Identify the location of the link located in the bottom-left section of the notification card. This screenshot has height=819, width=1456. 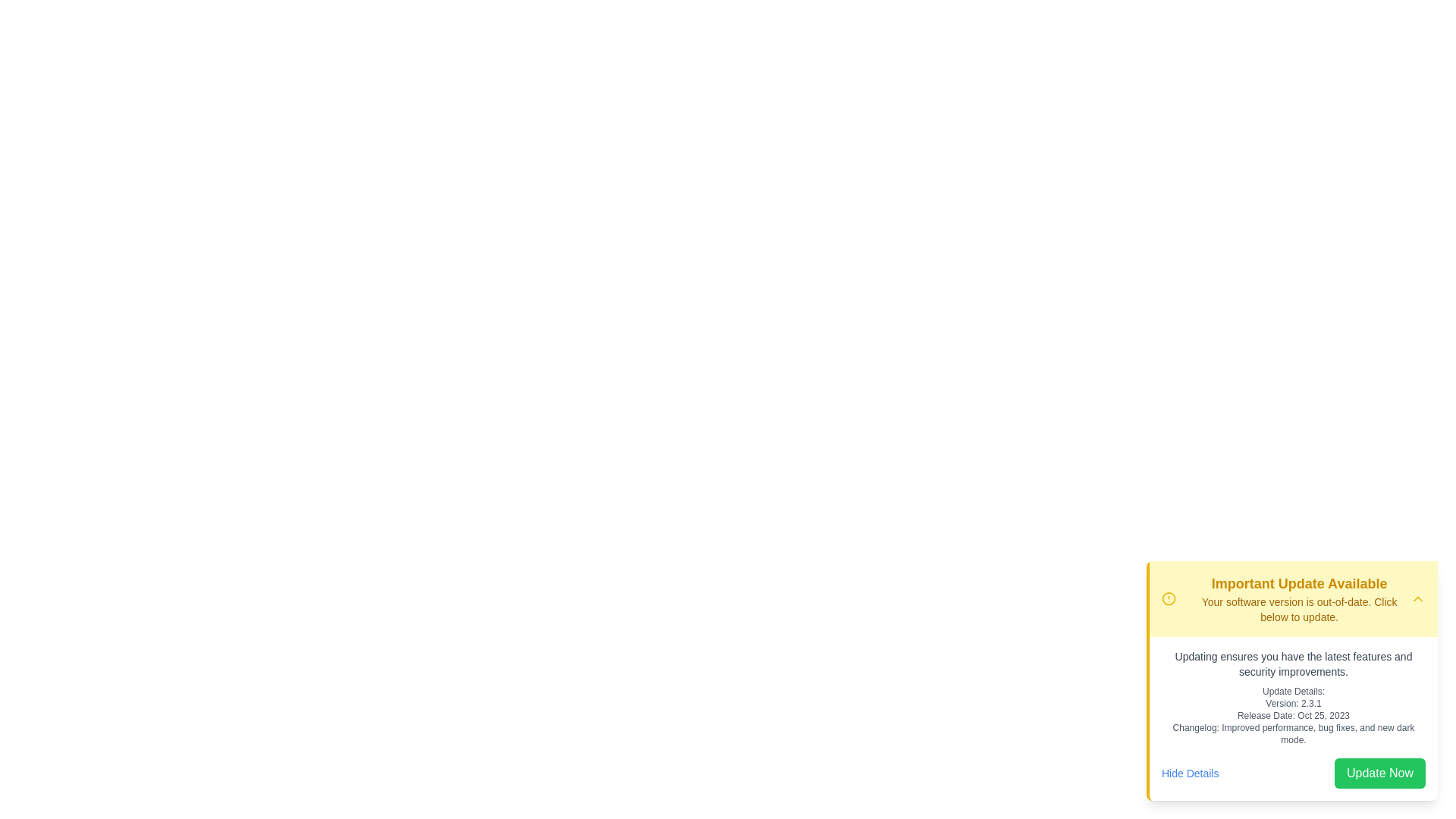
(1189, 773).